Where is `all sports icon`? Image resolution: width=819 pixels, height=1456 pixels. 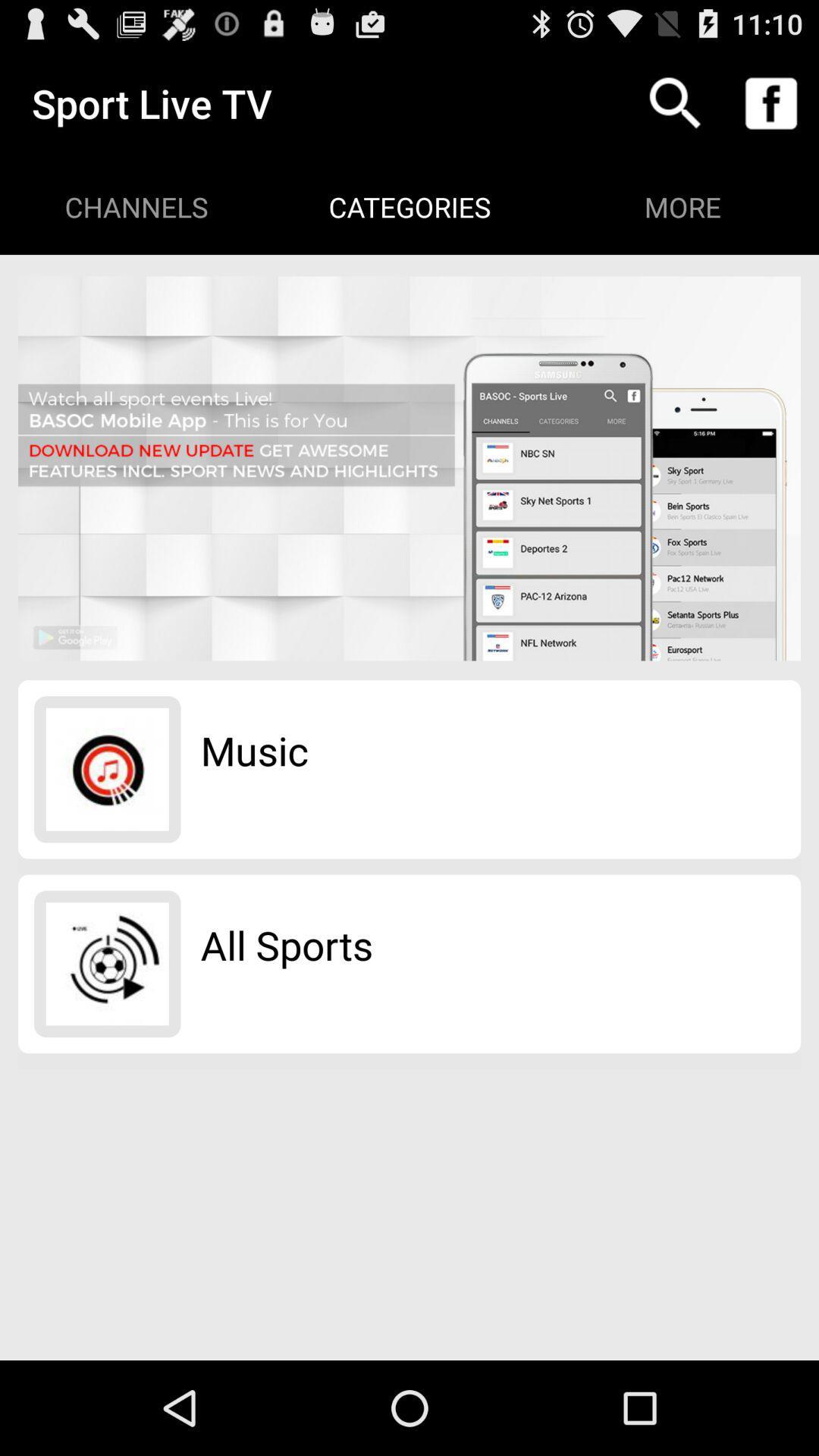 all sports icon is located at coordinates (287, 944).